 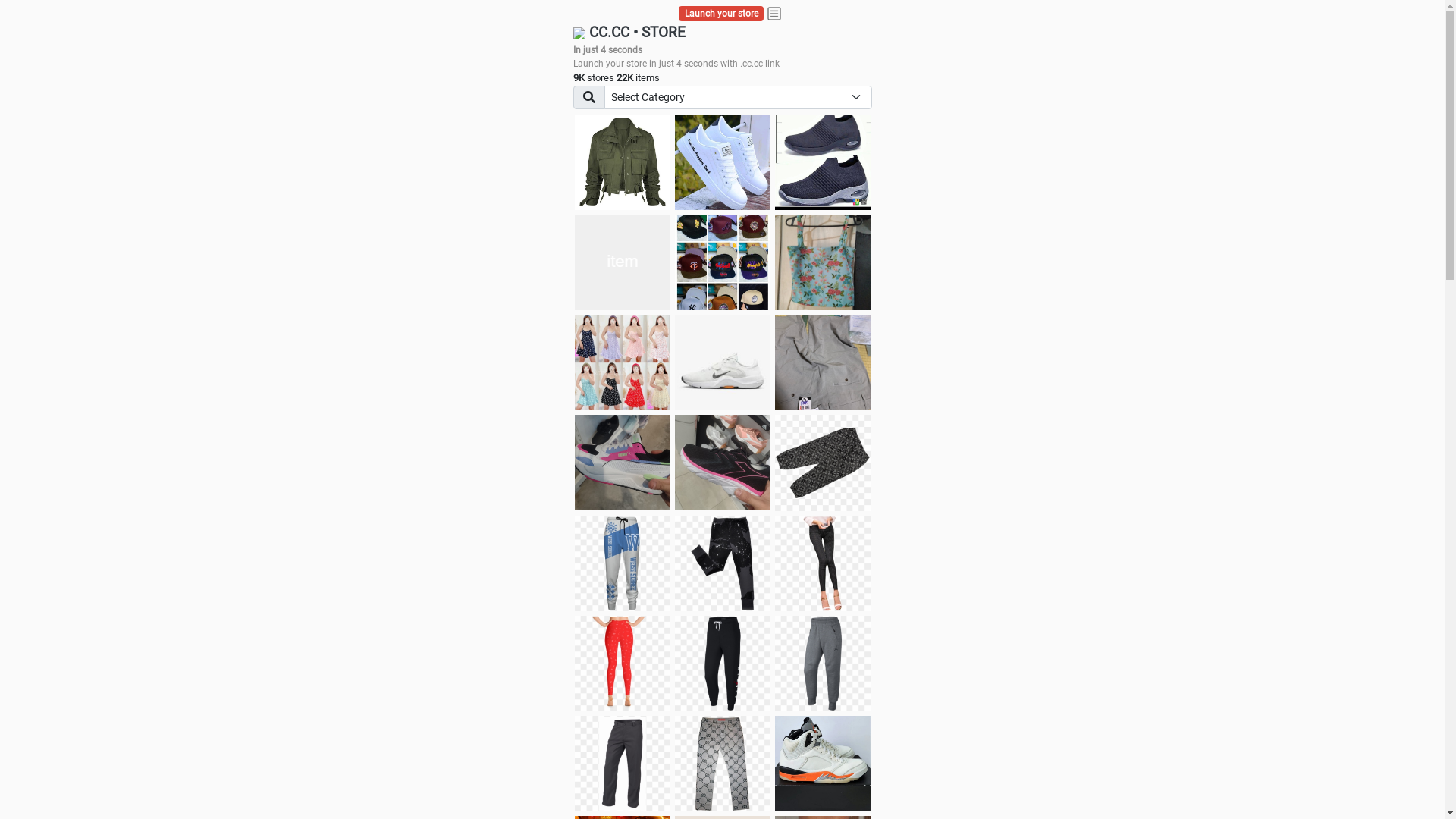 I want to click on 'Pant', so click(x=622, y=663).